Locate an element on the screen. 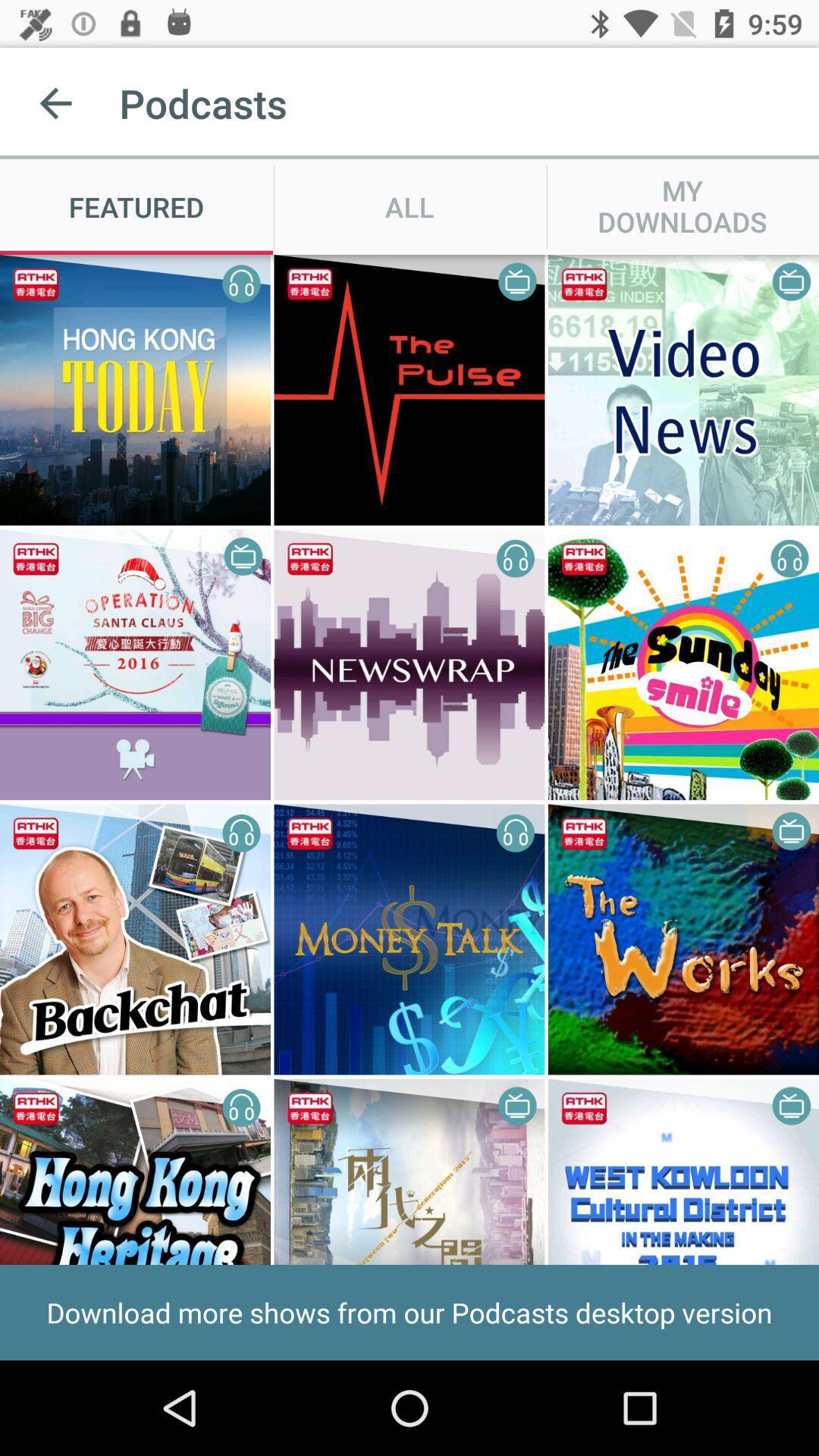 This screenshot has height=1456, width=819. the symbol which is at the top right corner of the fourth row second image is located at coordinates (516, 1106).